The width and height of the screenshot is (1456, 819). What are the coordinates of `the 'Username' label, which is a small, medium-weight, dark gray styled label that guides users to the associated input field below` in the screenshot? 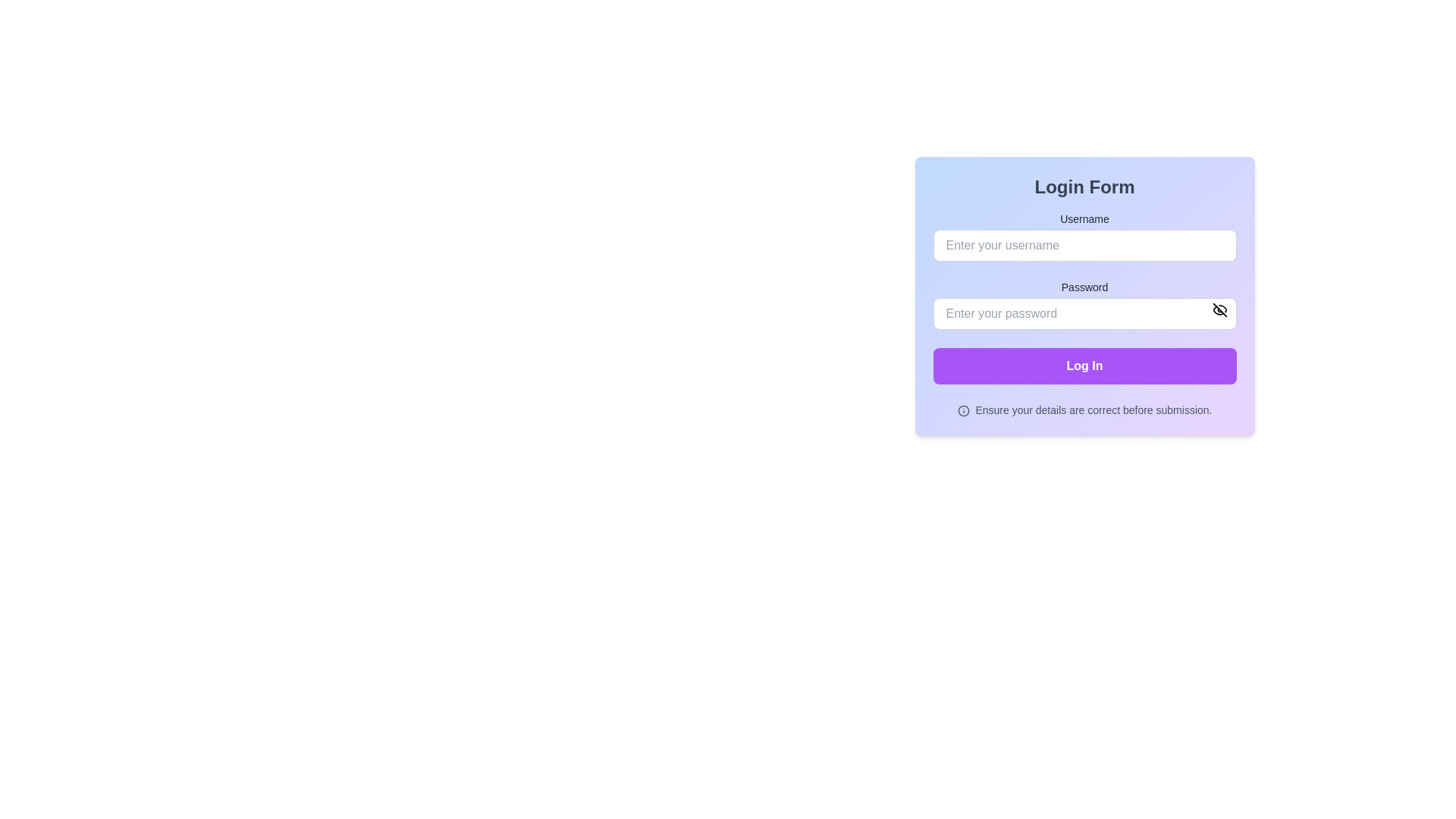 It's located at (1084, 219).